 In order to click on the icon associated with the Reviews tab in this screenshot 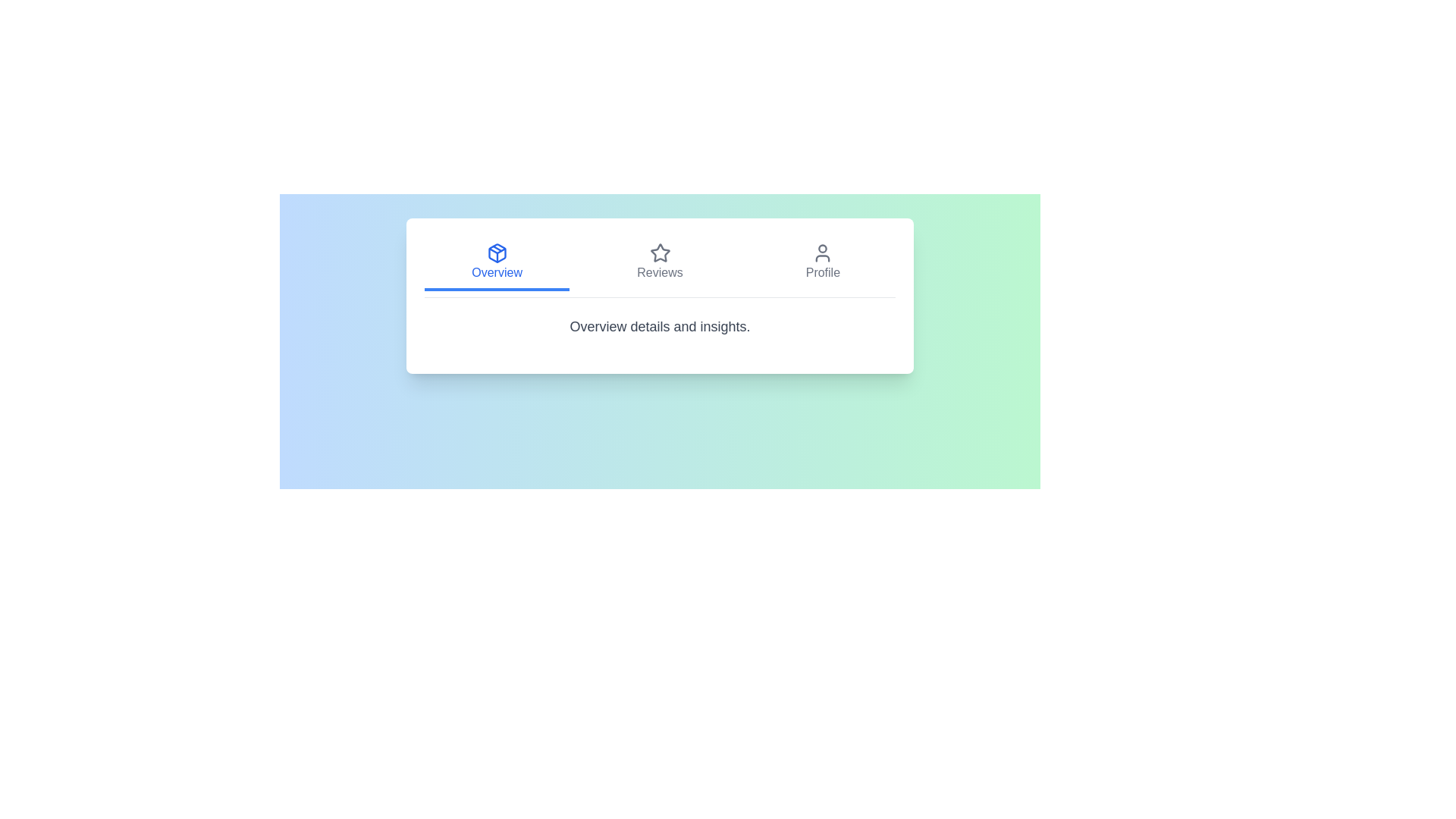, I will do `click(660, 253)`.